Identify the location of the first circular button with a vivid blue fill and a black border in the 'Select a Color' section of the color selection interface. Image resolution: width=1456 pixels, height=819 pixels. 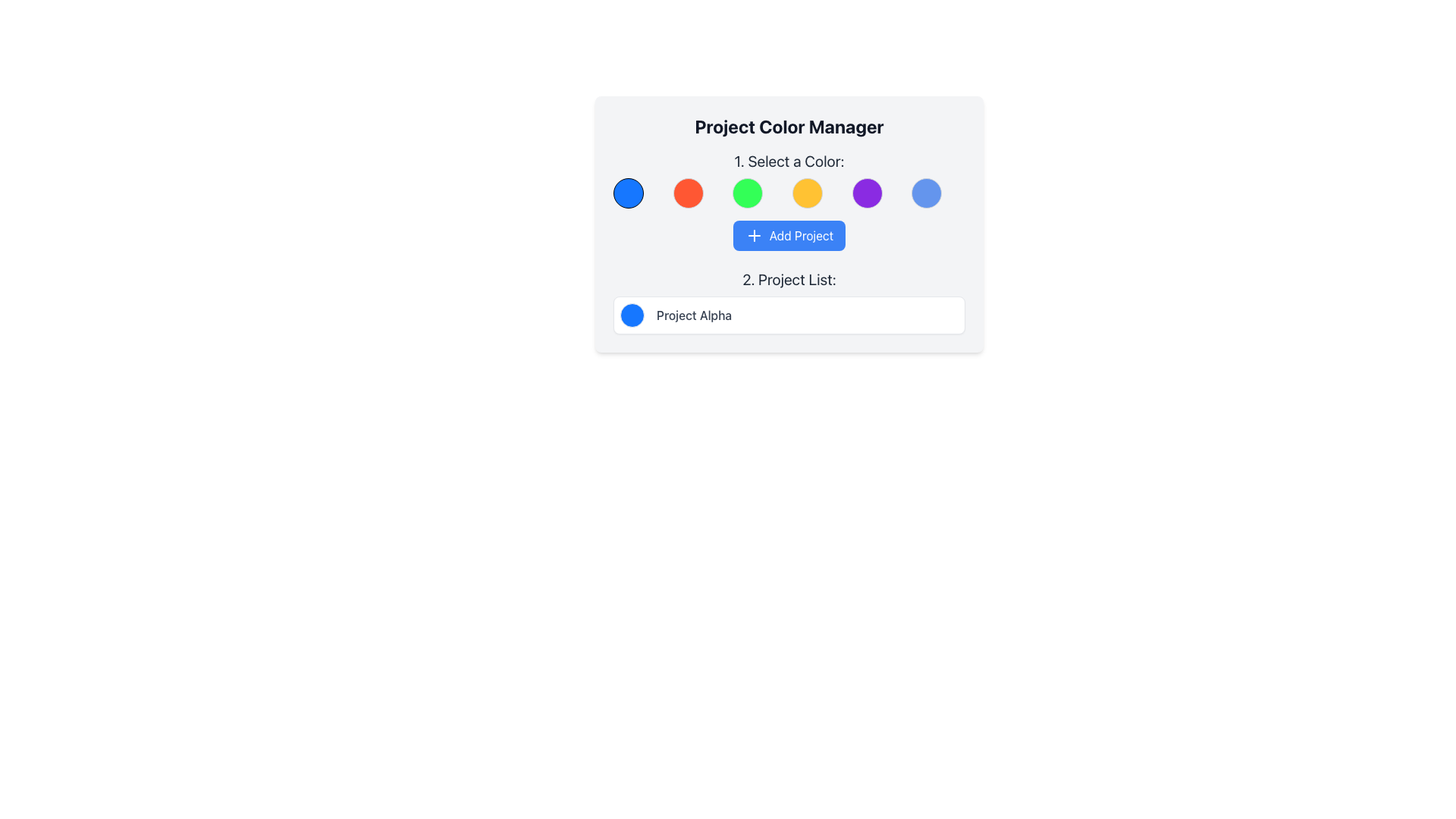
(629, 192).